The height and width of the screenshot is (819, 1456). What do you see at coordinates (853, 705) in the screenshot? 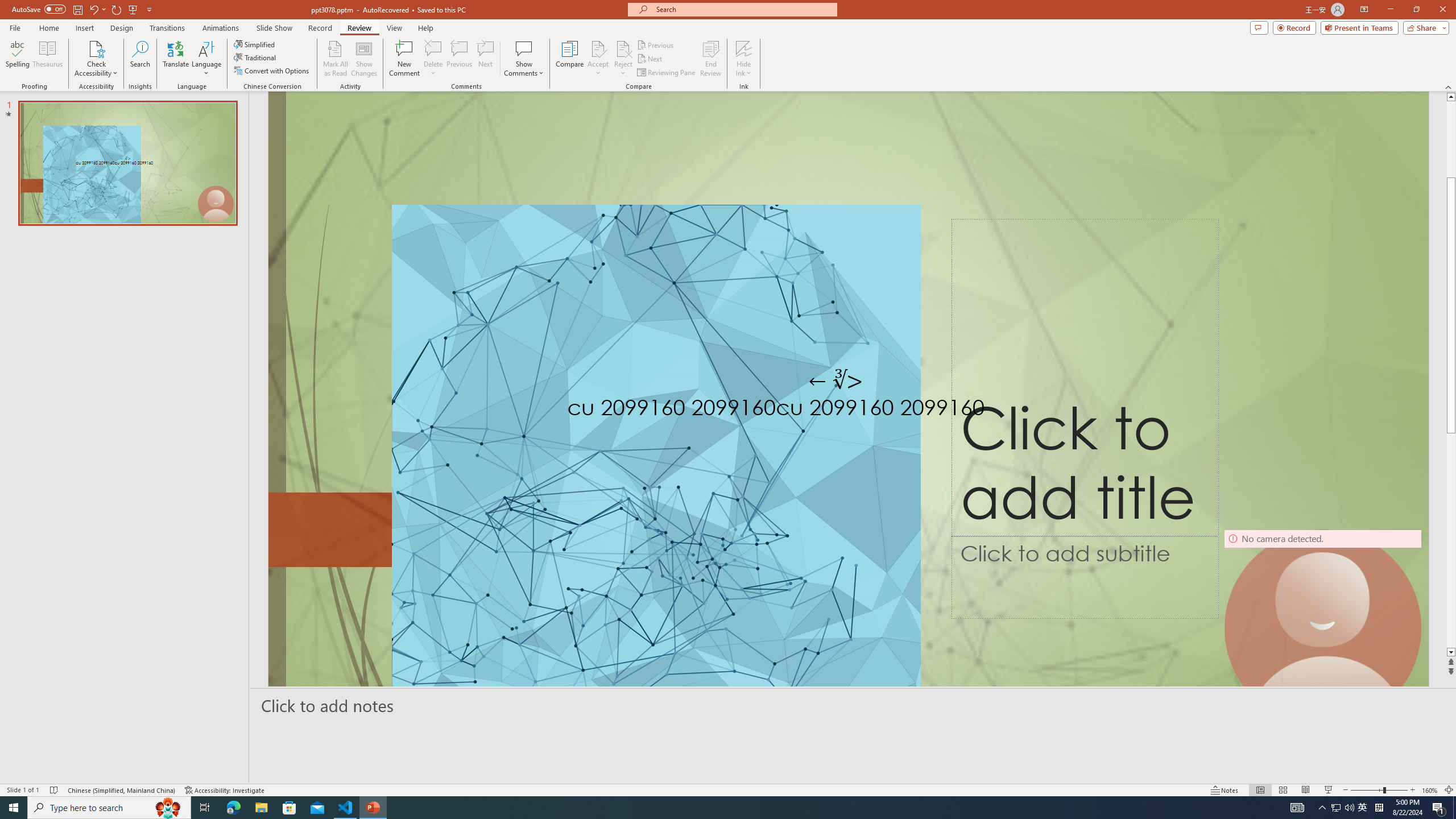
I see `'Slide Notes'` at bounding box center [853, 705].